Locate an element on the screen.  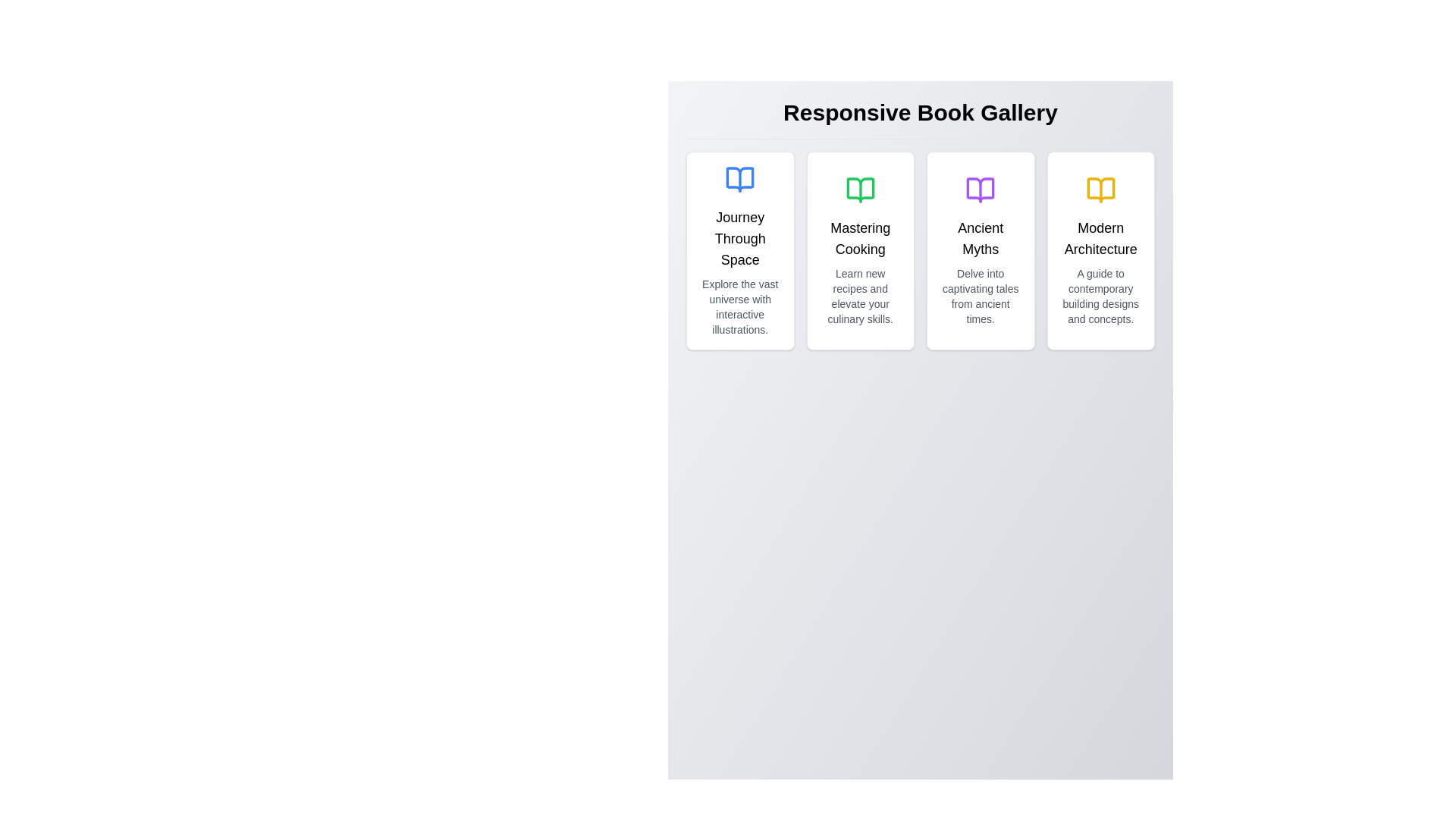
the green open book icon located in the 'Mastering Cooking' card is located at coordinates (860, 189).